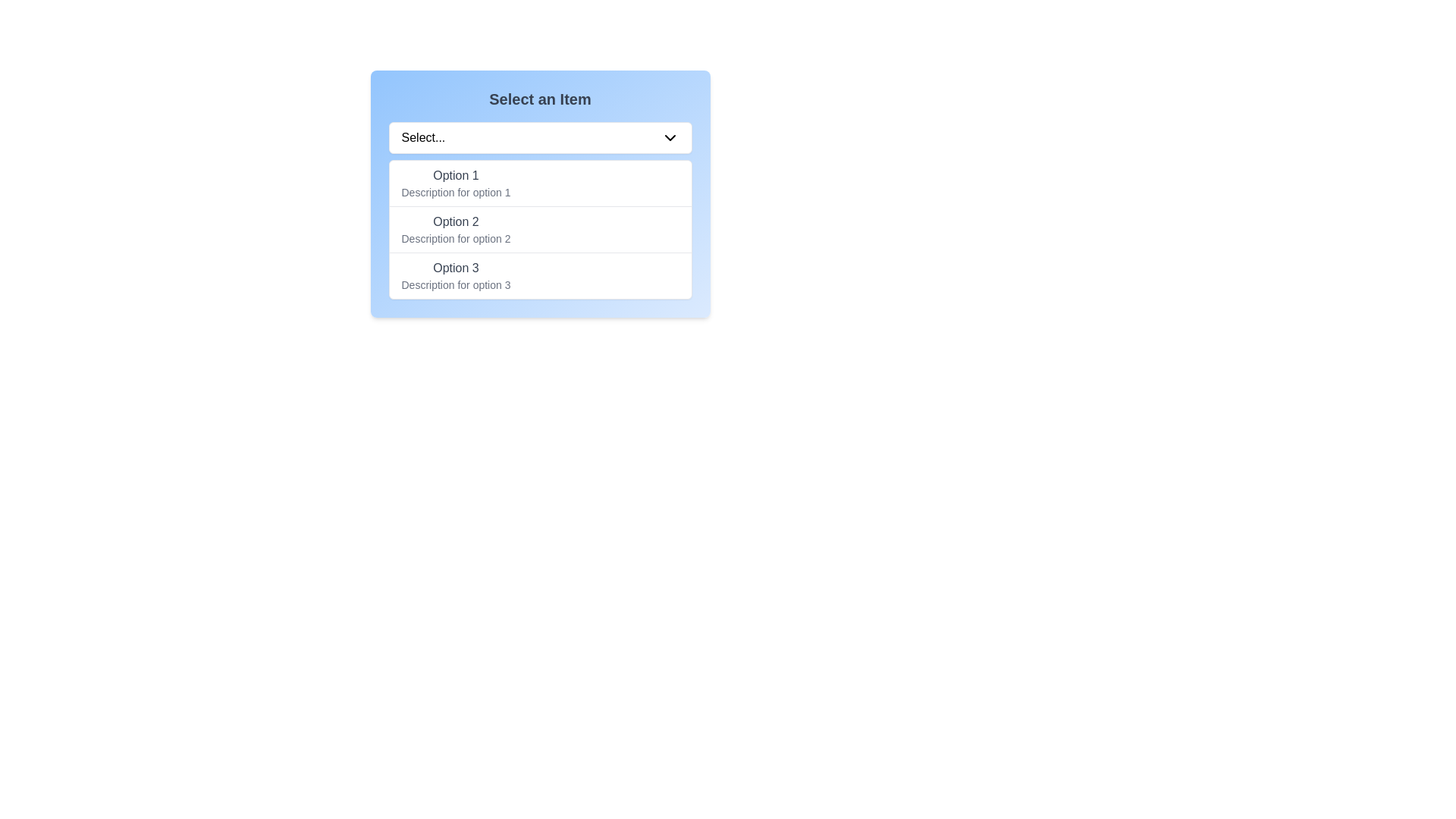 The image size is (1456, 819). What do you see at coordinates (540, 275) in the screenshot?
I see `to select the dropdown menu option labeled 'Option 3', which is the last item in a vertical list with a hover effect that changes the background color to blue` at bounding box center [540, 275].